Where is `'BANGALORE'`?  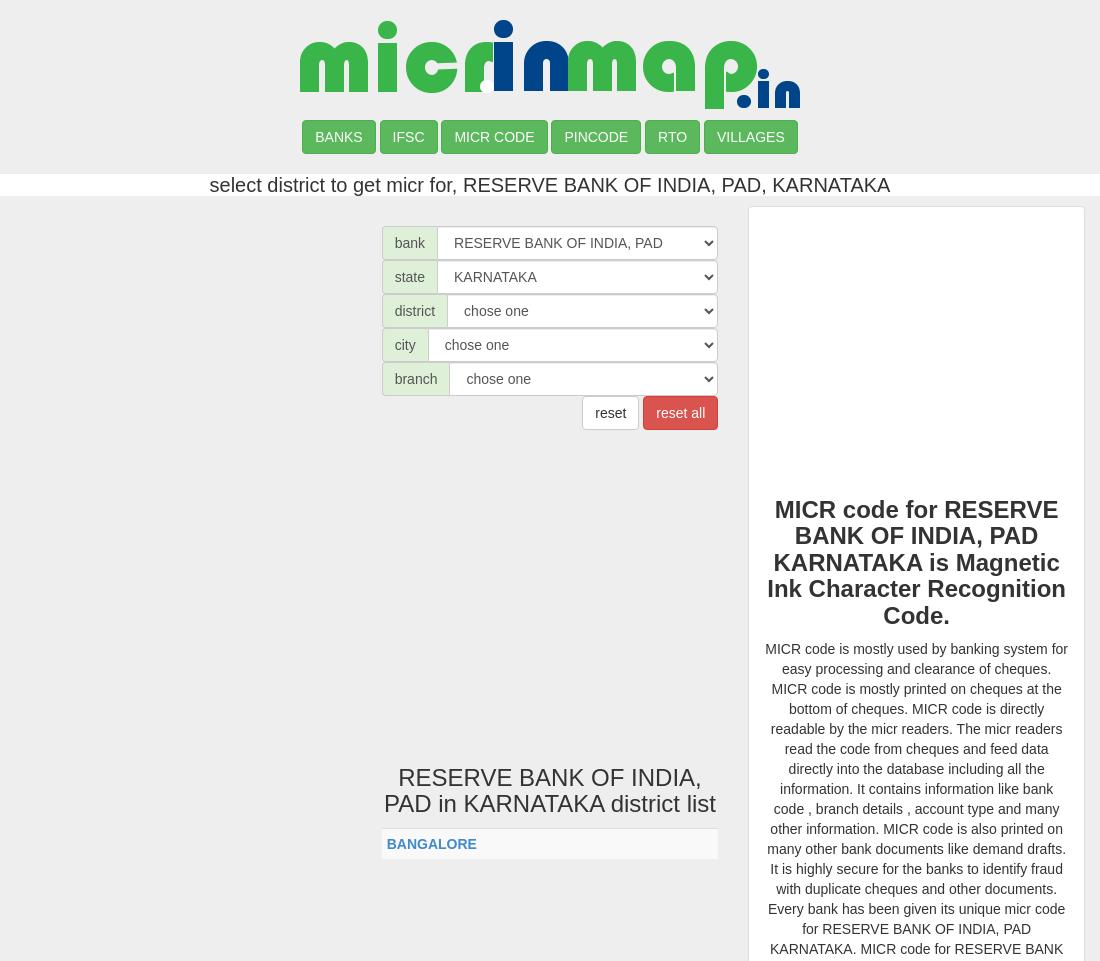
'BANGALORE' is located at coordinates (429, 842).